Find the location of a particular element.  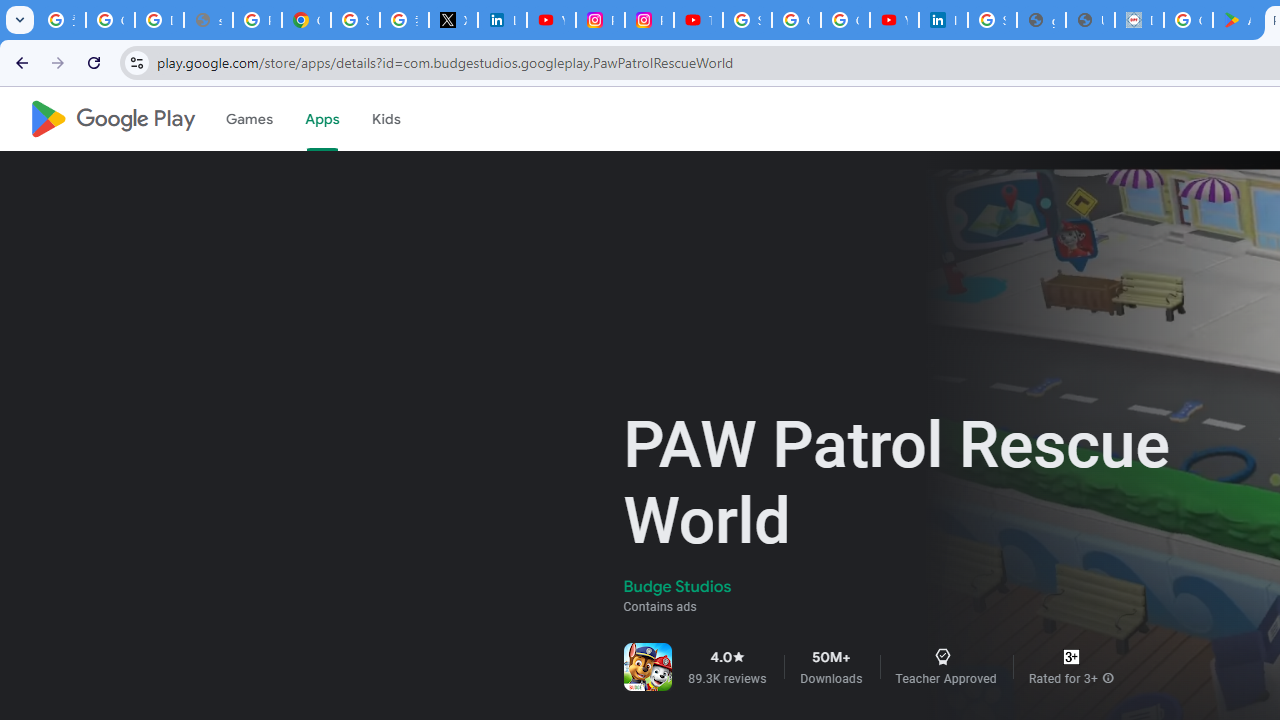

'Privacy Help Center - Policies Help' is located at coordinates (256, 20).